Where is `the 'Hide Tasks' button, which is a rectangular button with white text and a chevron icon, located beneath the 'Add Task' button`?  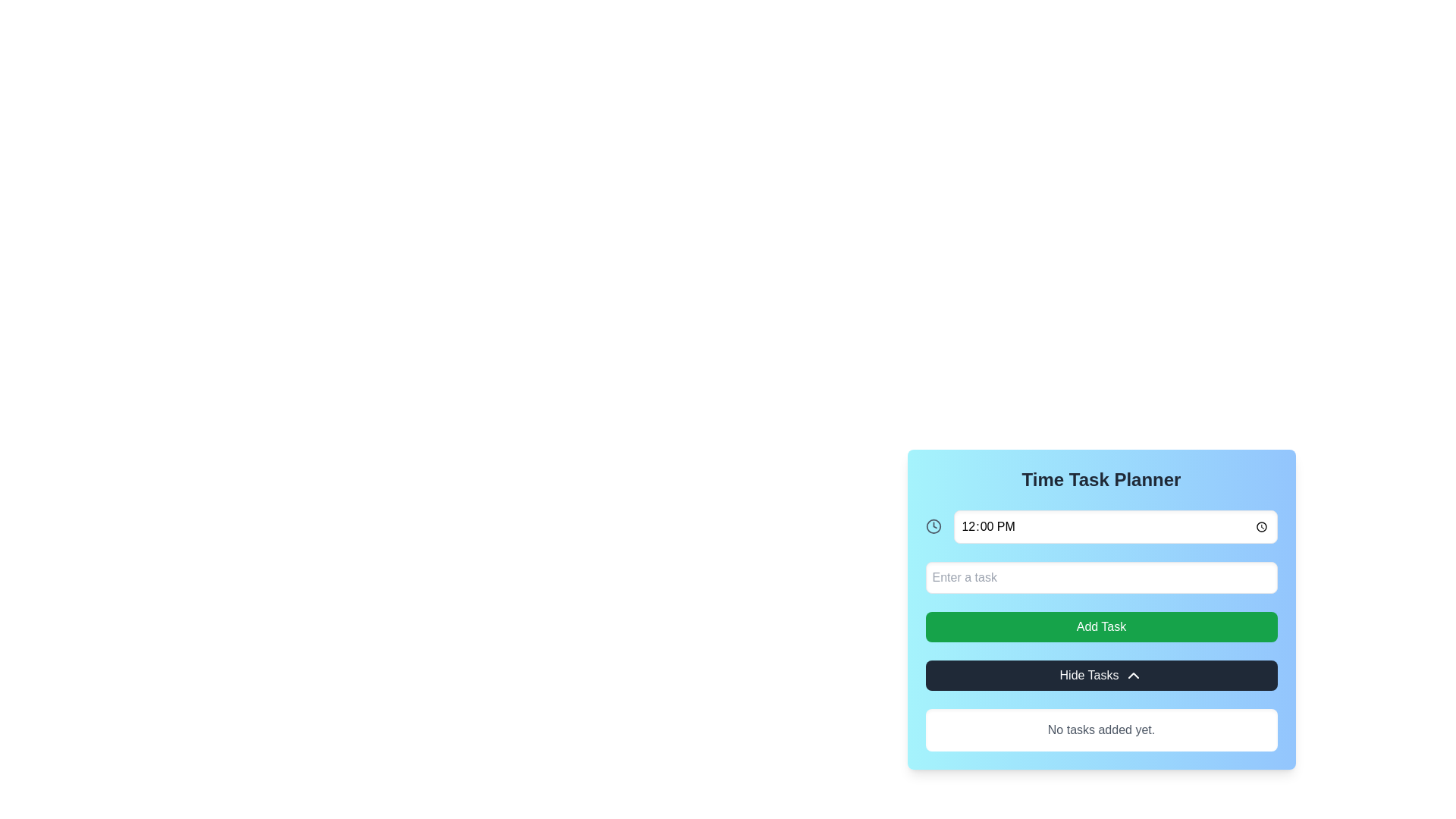 the 'Hide Tasks' button, which is a rectangular button with white text and a chevron icon, located beneath the 'Add Task' button is located at coordinates (1101, 675).